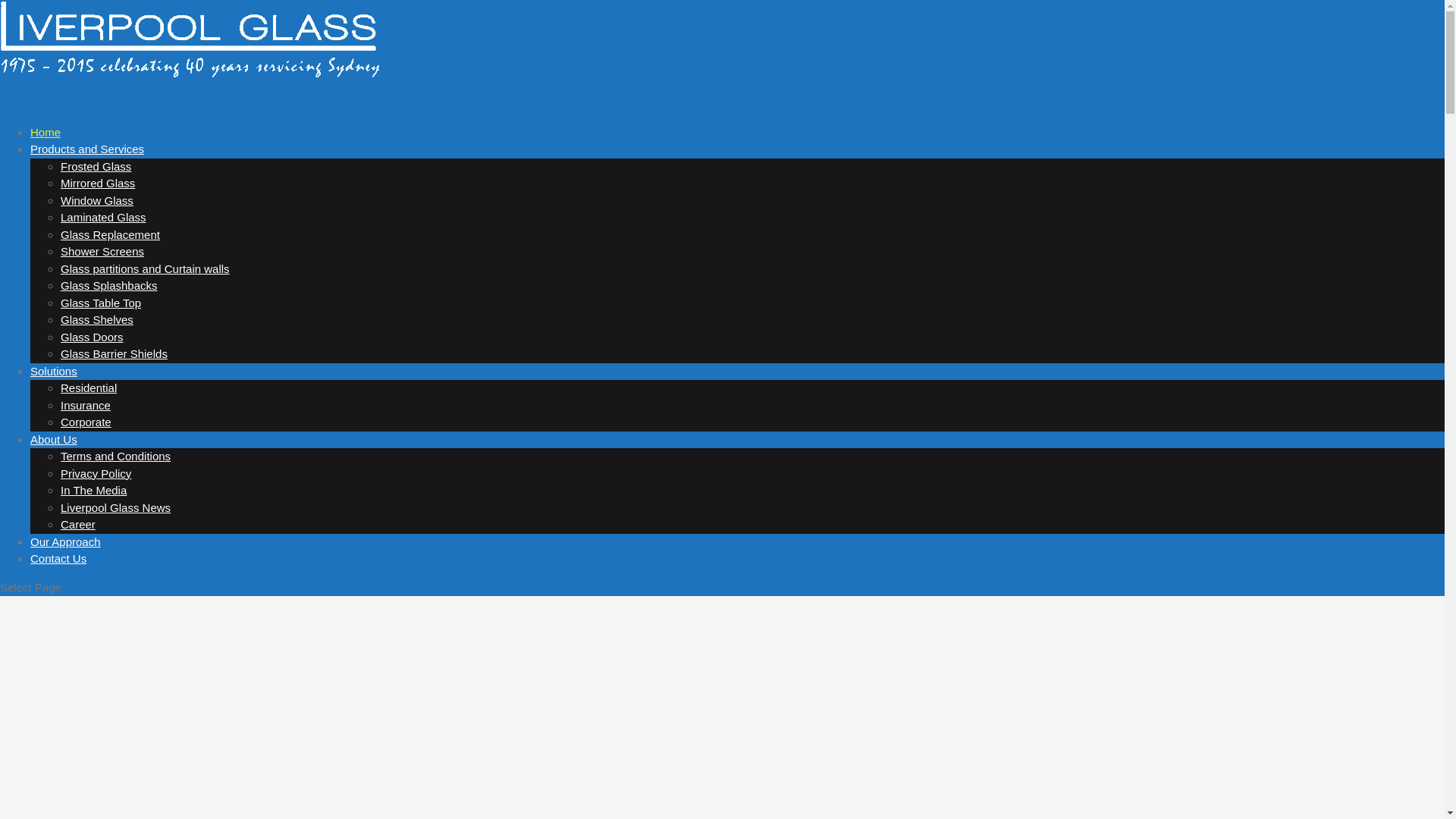  I want to click on 'Laminated Glass', so click(102, 217).